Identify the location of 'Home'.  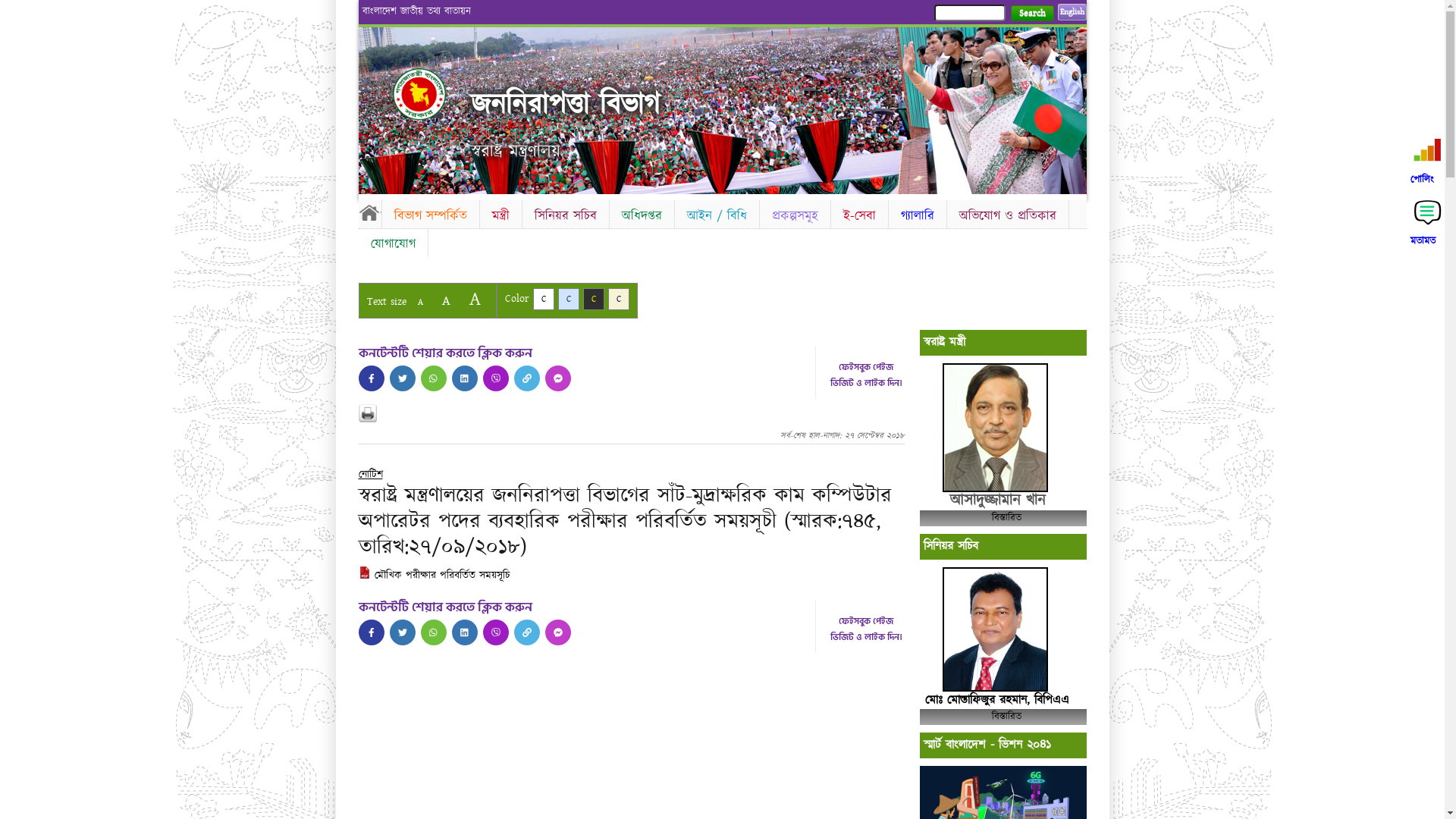
(431, 93).